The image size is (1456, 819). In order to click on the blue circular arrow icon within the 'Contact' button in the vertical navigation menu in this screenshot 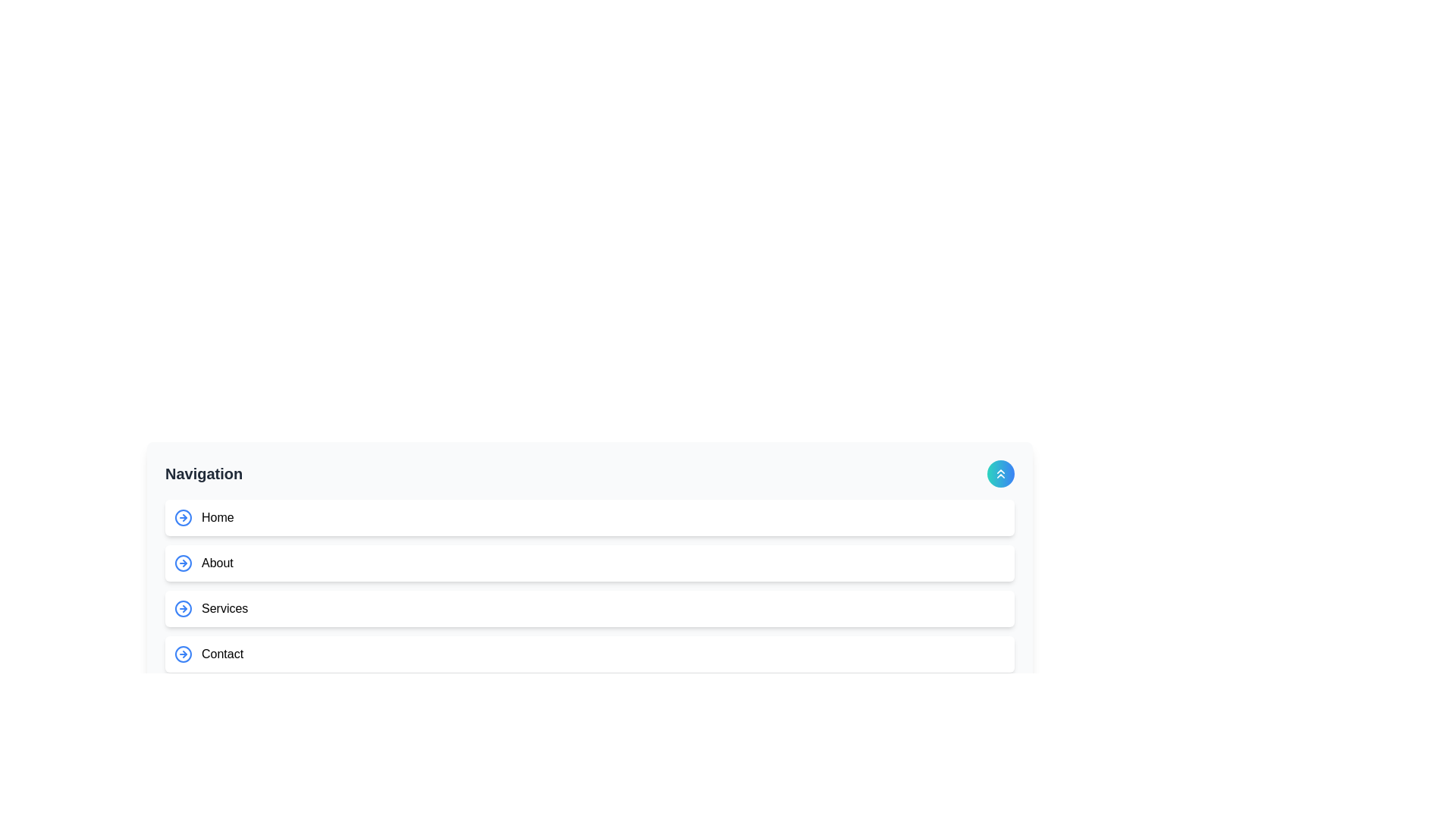, I will do `click(182, 654)`.